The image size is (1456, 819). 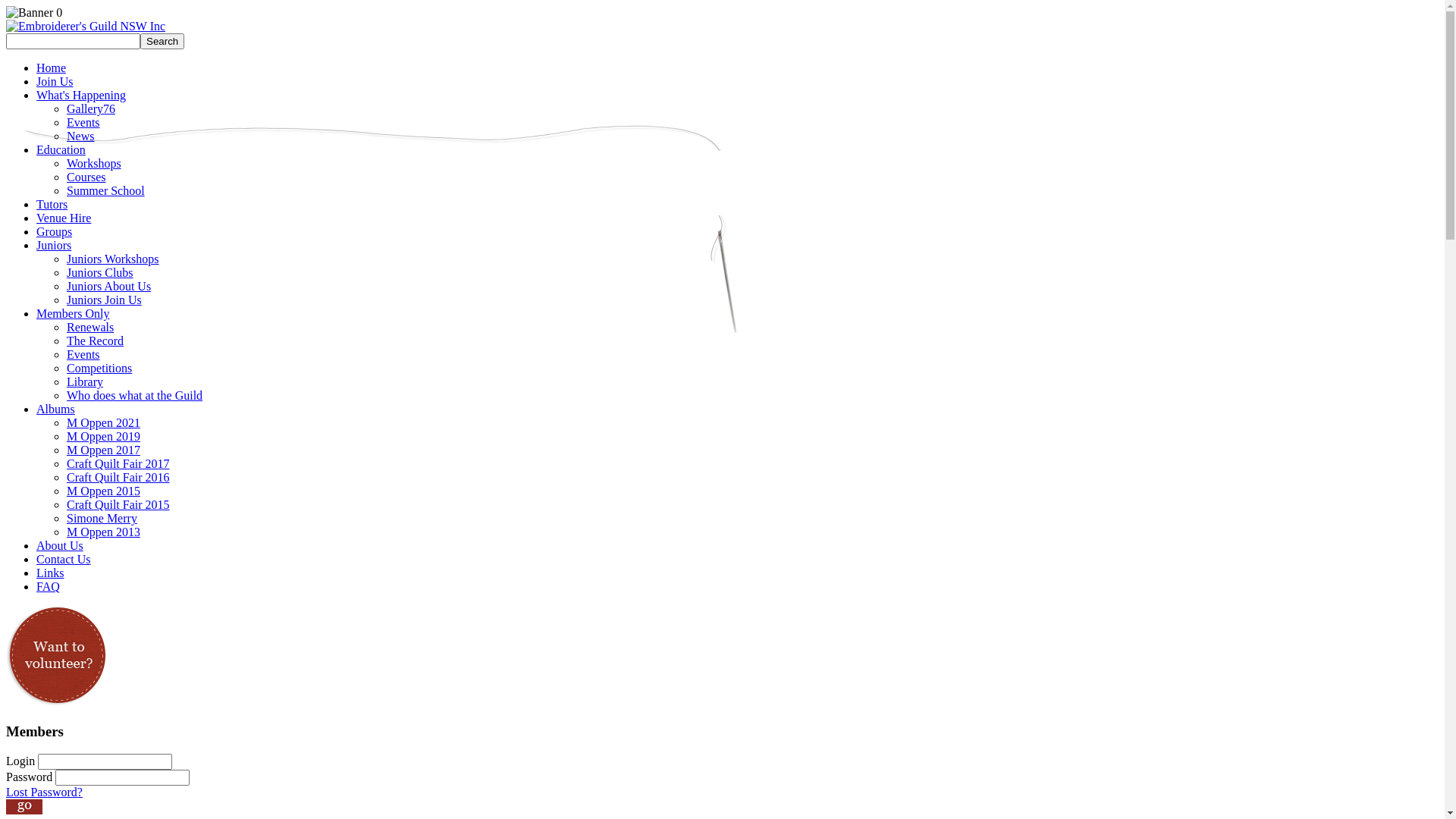 What do you see at coordinates (93, 163) in the screenshot?
I see `'Workshops'` at bounding box center [93, 163].